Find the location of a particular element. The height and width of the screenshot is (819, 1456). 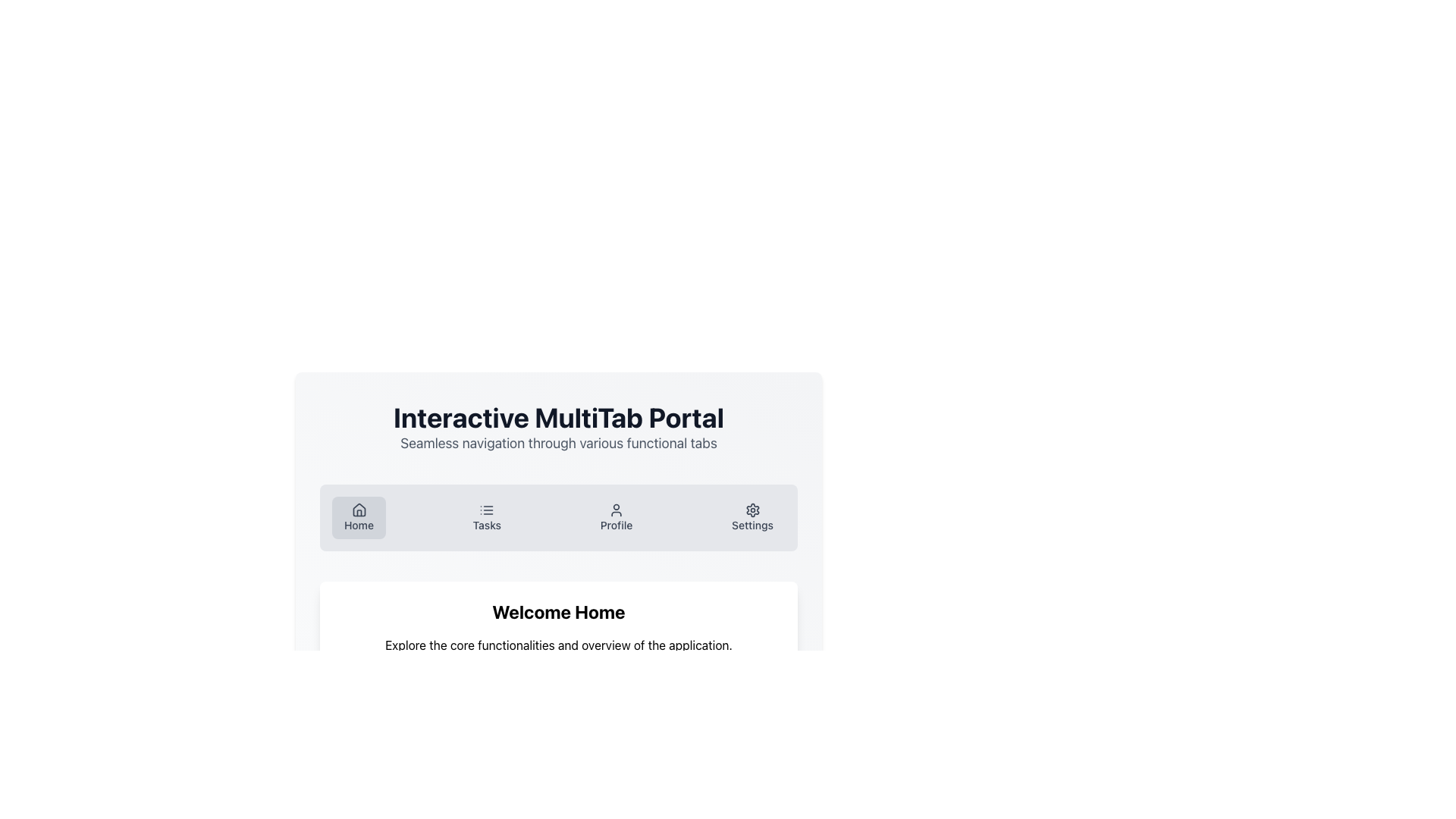

the Profile Icon, which is the third tab in the horizontal navigation bar is located at coordinates (617, 510).